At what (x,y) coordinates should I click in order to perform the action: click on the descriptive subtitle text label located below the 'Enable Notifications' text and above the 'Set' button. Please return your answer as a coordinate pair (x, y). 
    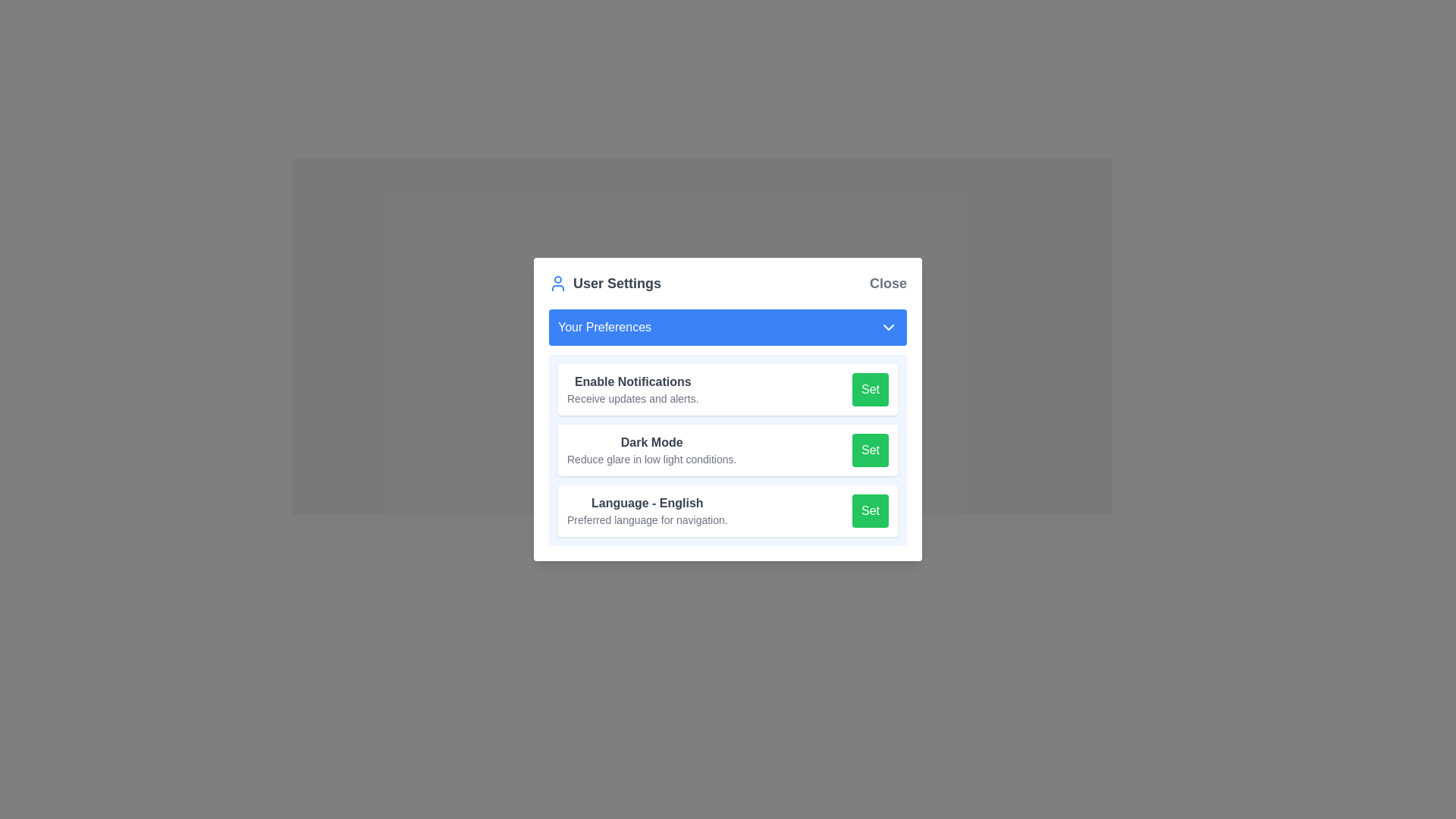
    Looking at the image, I should click on (632, 397).